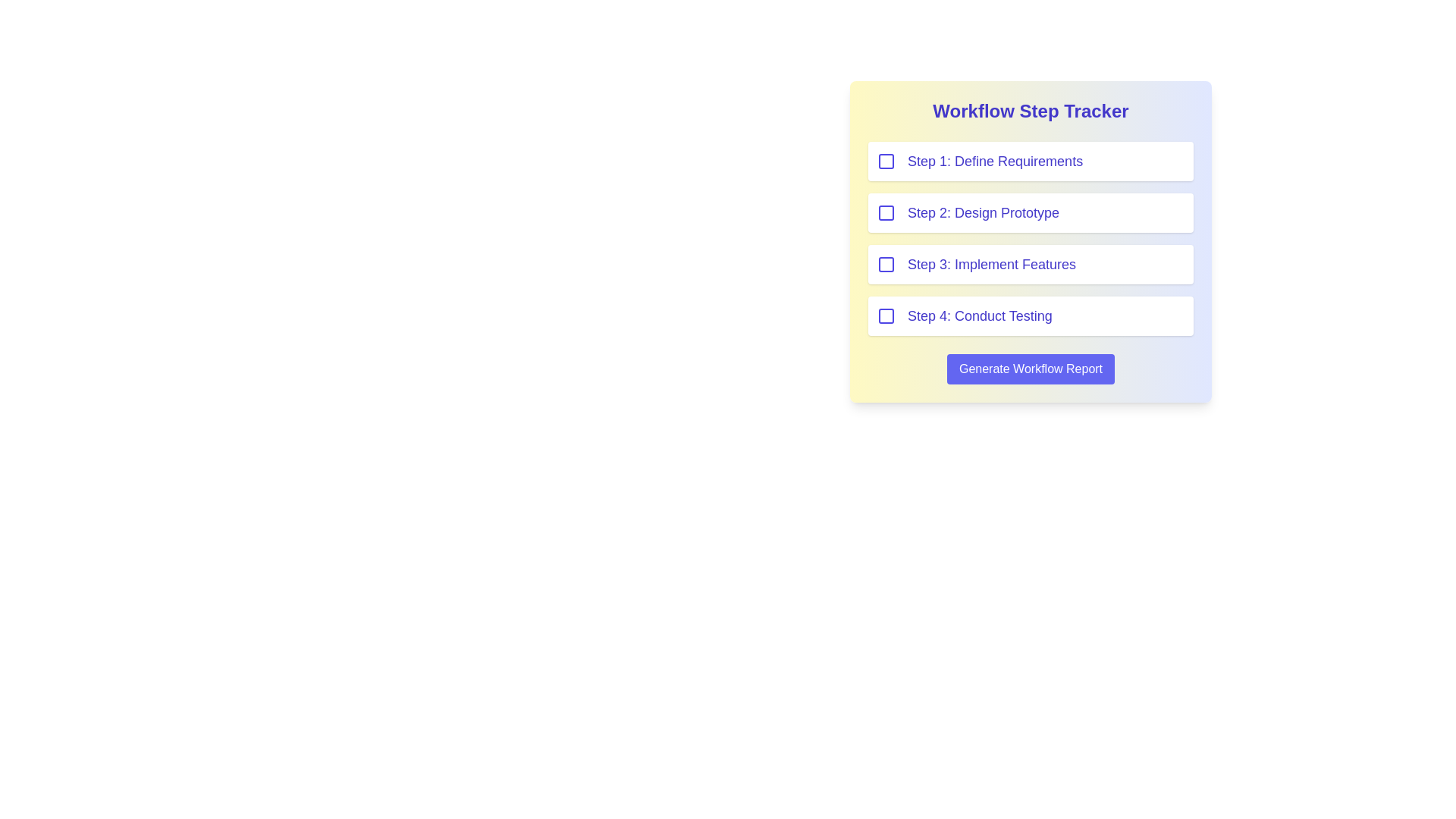 This screenshot has height=819, width=1456. I want to click on the checkbox of the workflow step in the list component titled 'Workflow Step Tracker' to check or uncheck it, so click(1031, 239).